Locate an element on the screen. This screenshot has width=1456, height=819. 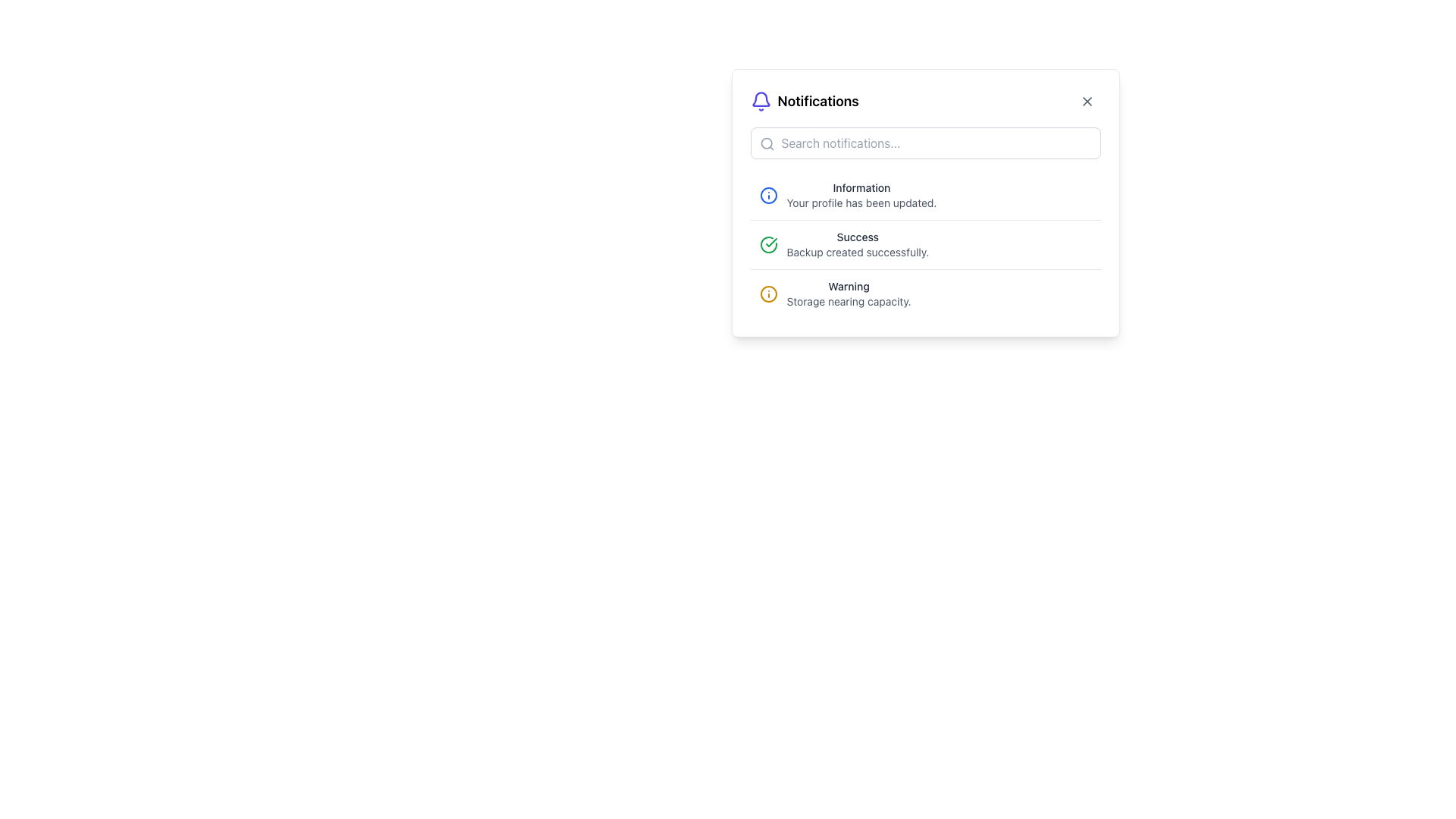
the circular green-bordered icon with a checkmark inside, located in the 'Success Backup created successfully' notification is located at coordinates (768, 244).